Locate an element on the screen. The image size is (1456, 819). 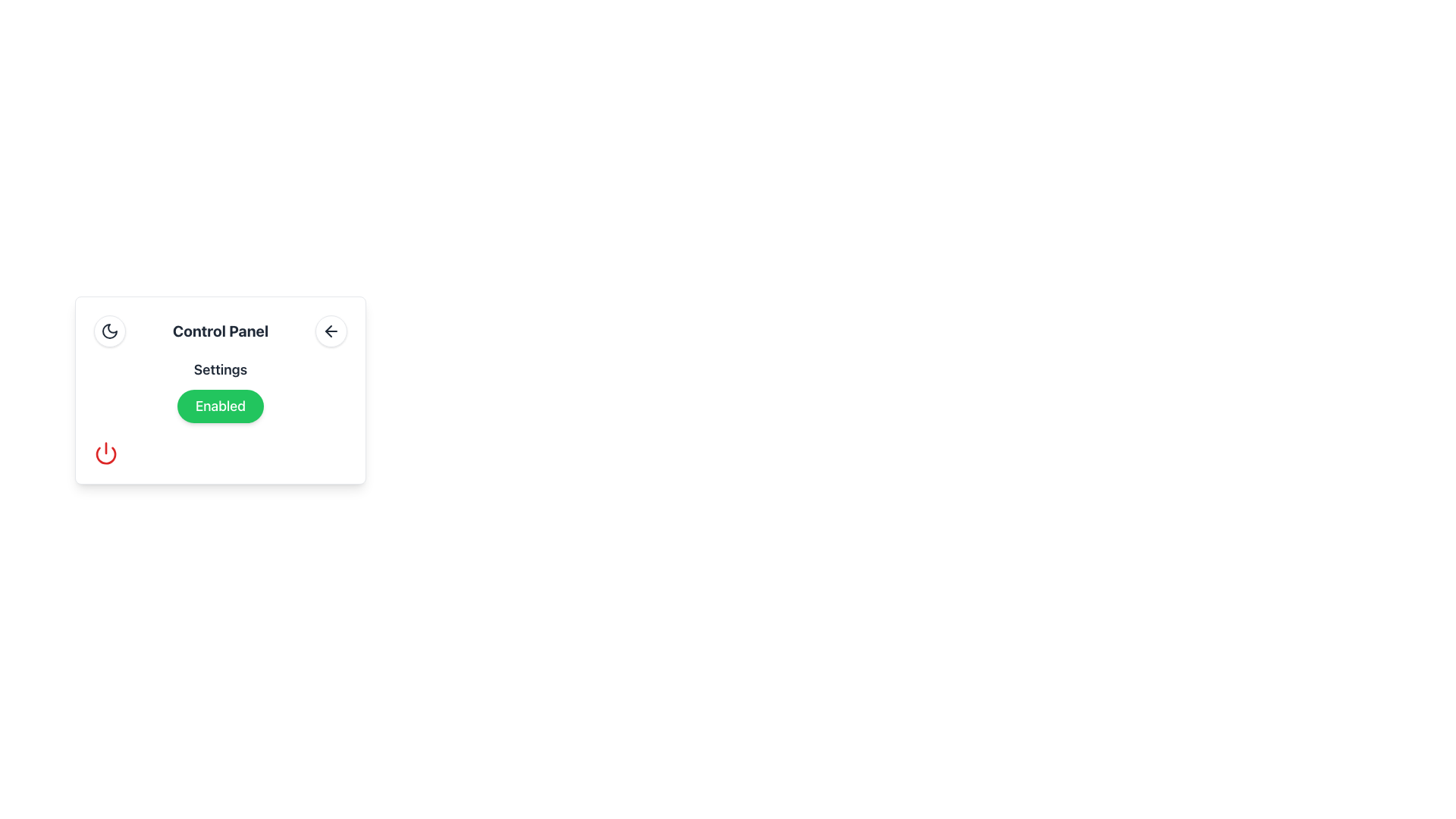
the navigation button located in the top-right corner of the 'Control Panel' interface card is located at coordinates (330, 330).